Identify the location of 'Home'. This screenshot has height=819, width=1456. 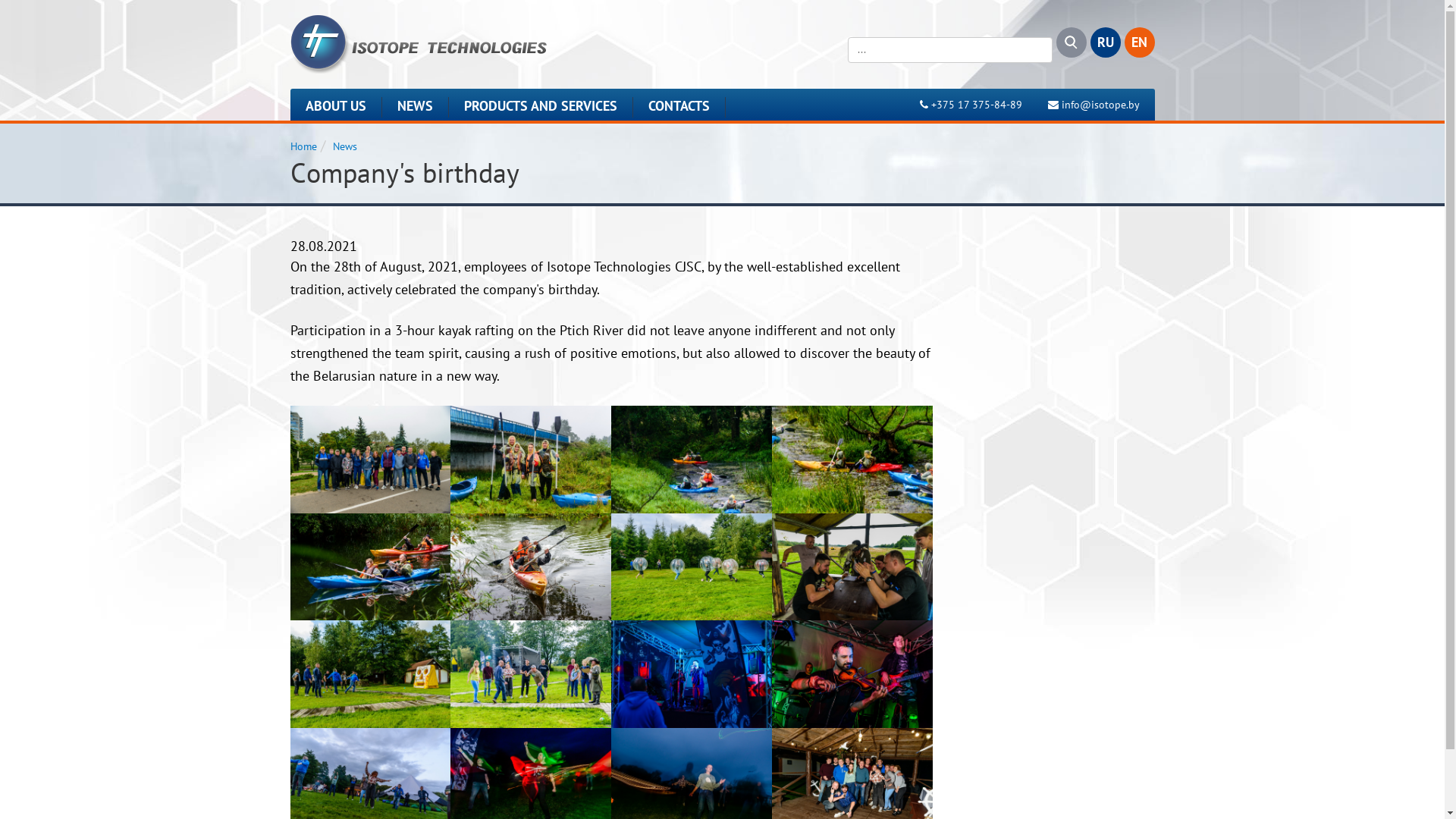
(303, 146).